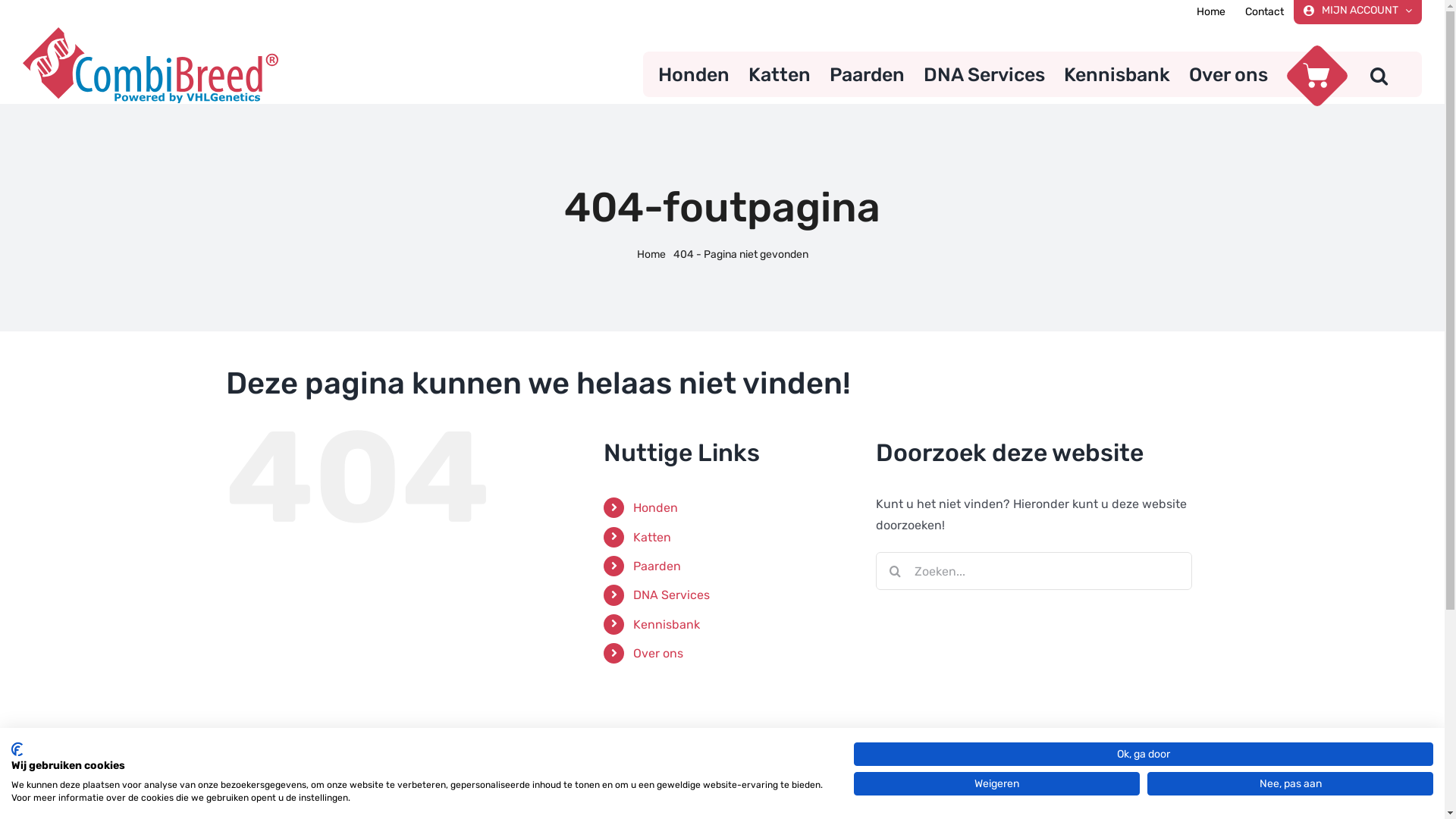  Describe the element at coordinates (658, 652) in the screenshot. I see `'Over ons'` at that location.